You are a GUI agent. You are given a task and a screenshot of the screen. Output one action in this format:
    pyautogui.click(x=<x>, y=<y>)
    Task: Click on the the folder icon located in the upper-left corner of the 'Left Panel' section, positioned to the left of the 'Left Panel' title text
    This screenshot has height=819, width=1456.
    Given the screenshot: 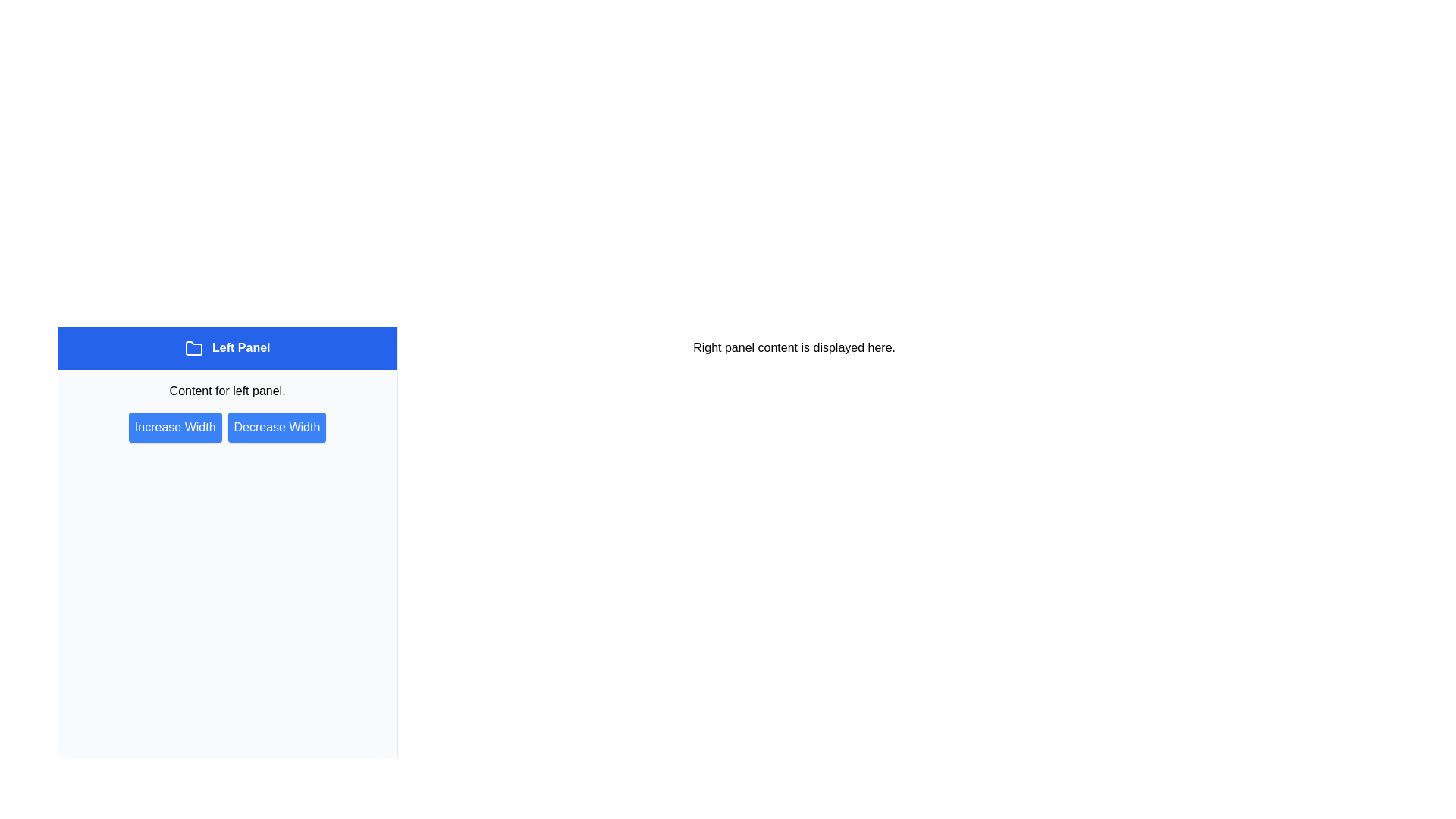 What is the action you would take?
    pyautogui.click(x=193, y=348)
    